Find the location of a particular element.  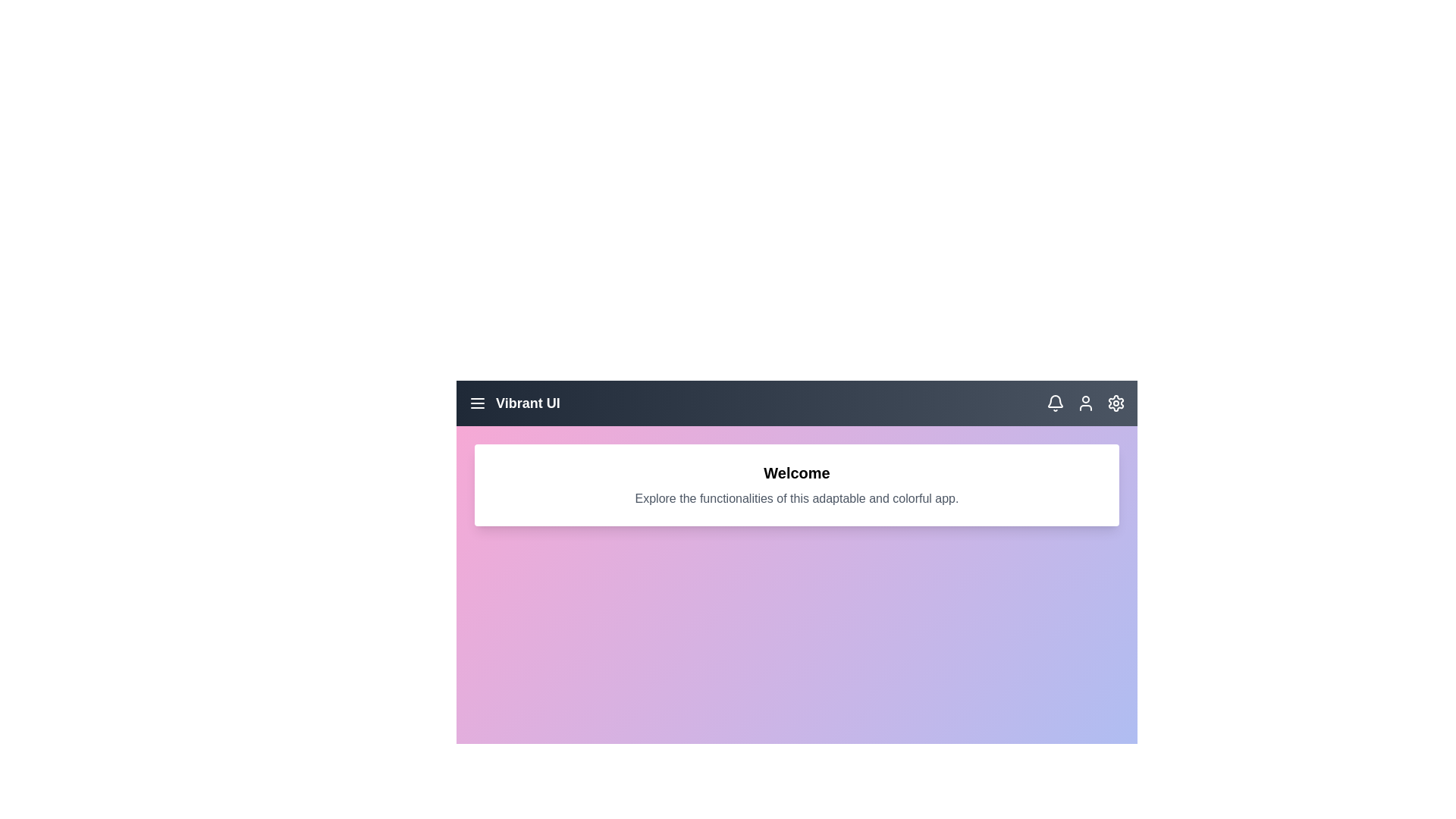

the background gradient of the VibrantAppBar component is located at coordinates (796, 789).